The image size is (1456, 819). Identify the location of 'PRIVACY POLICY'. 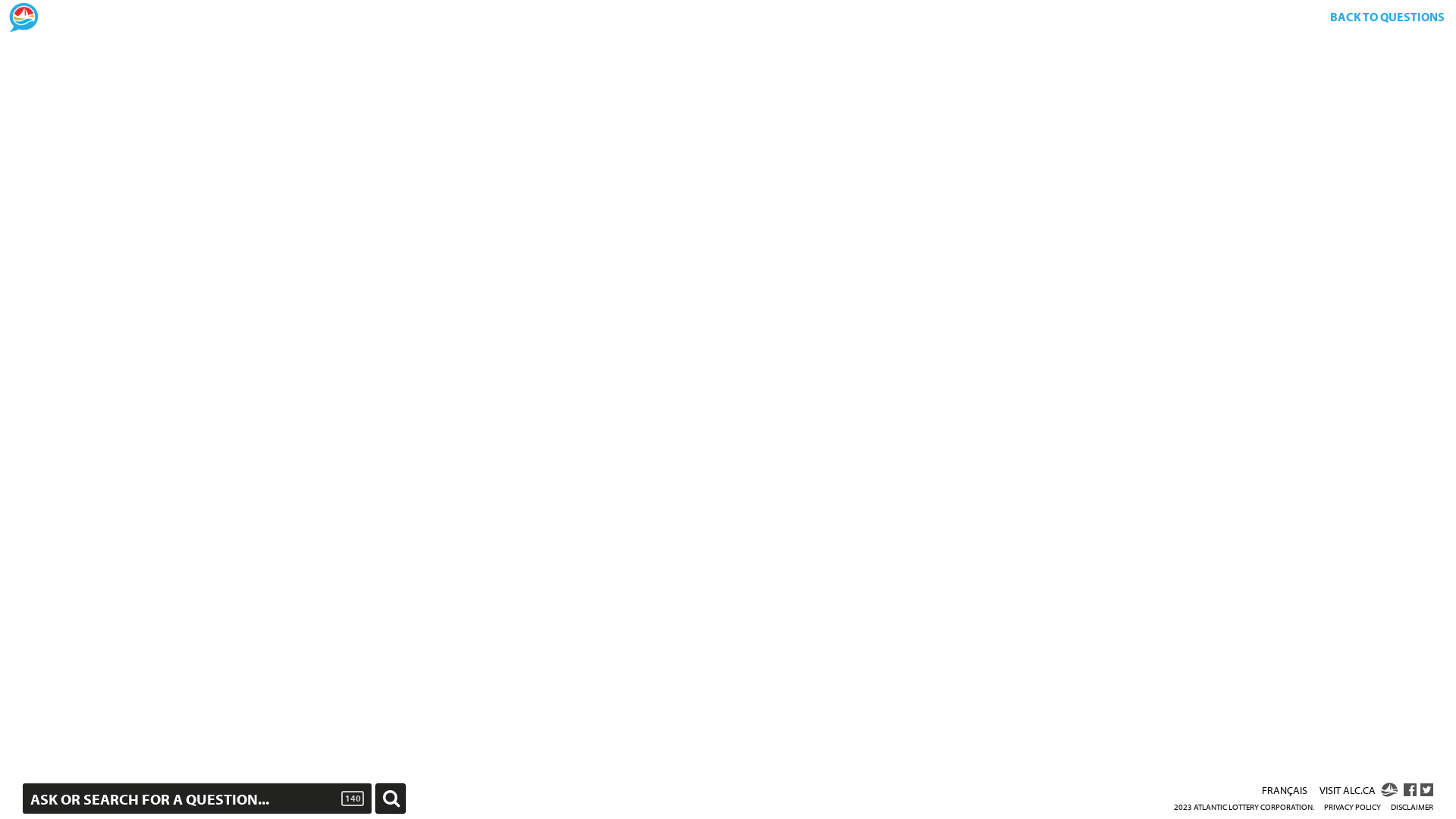
(1323, 806).